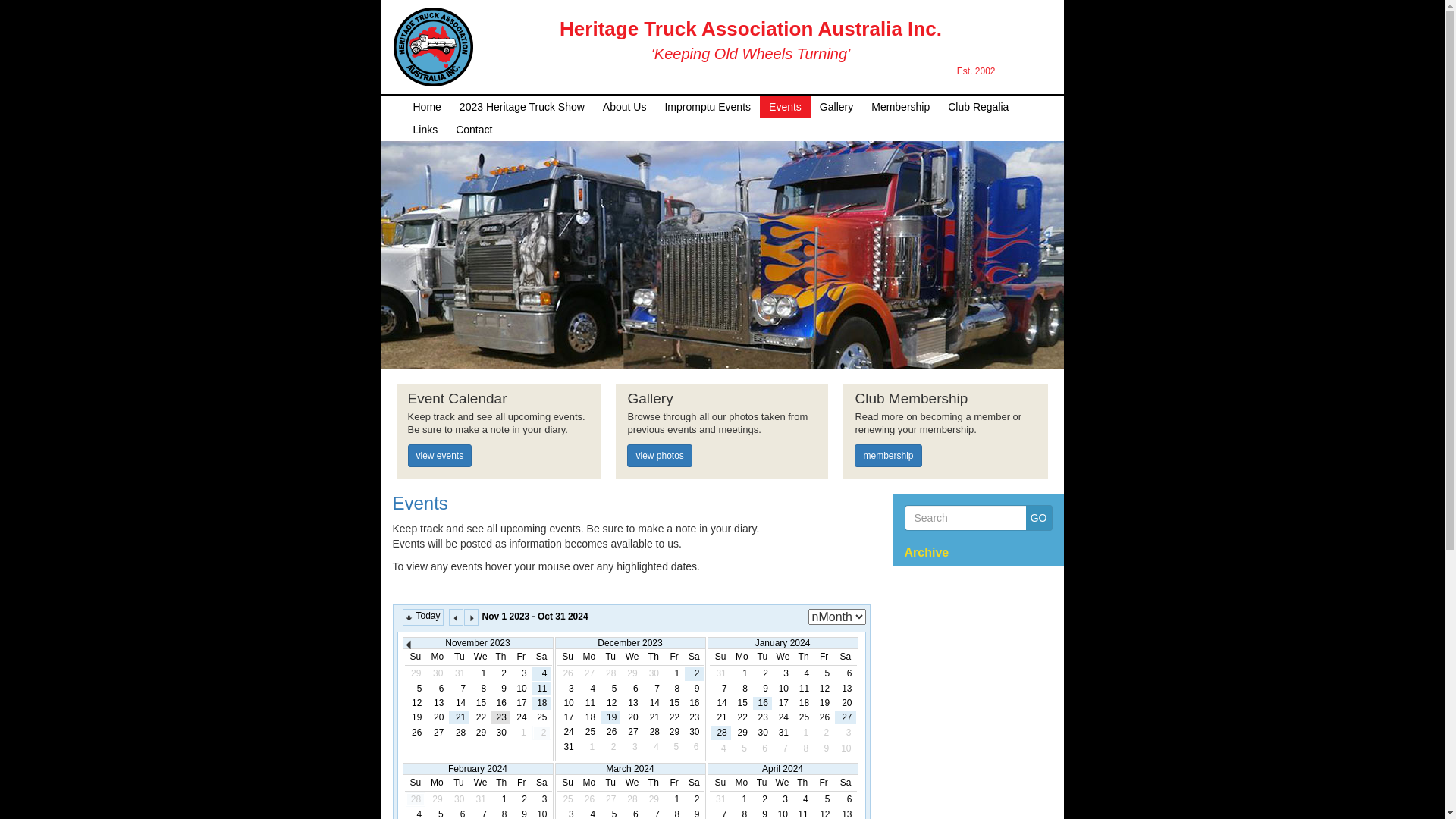 The height and width of the screenshot is (819, 1456). What do you see at coordinates (622, 717) in the screenshot?
I see `'20'` at bounding box center [622, 717].